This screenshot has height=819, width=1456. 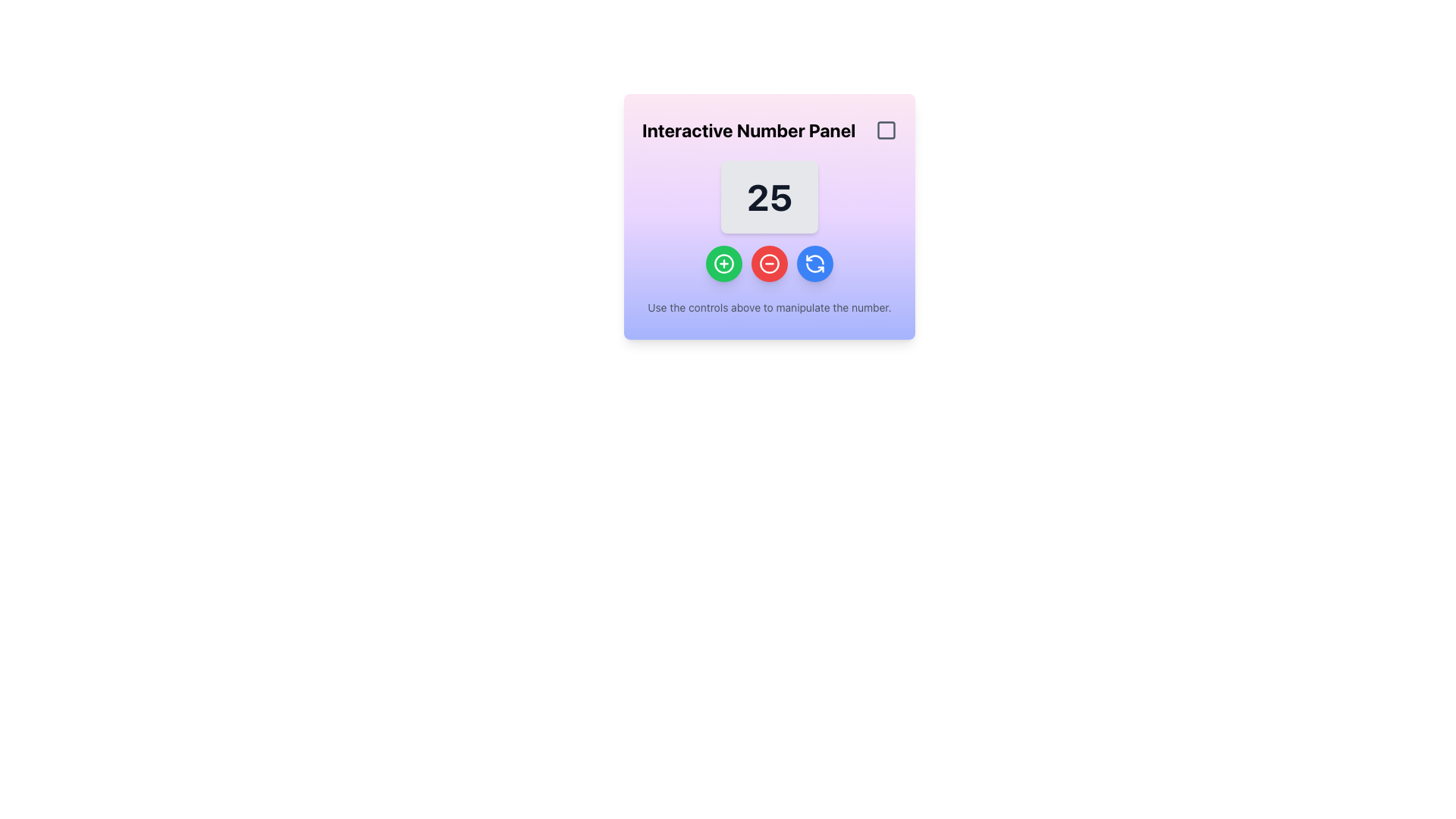 I want to click on the minimalist square-shaped icon with a thin dark border located at the top-right corner of the 'Interactive Number Panel', so click(x=886, y=130).